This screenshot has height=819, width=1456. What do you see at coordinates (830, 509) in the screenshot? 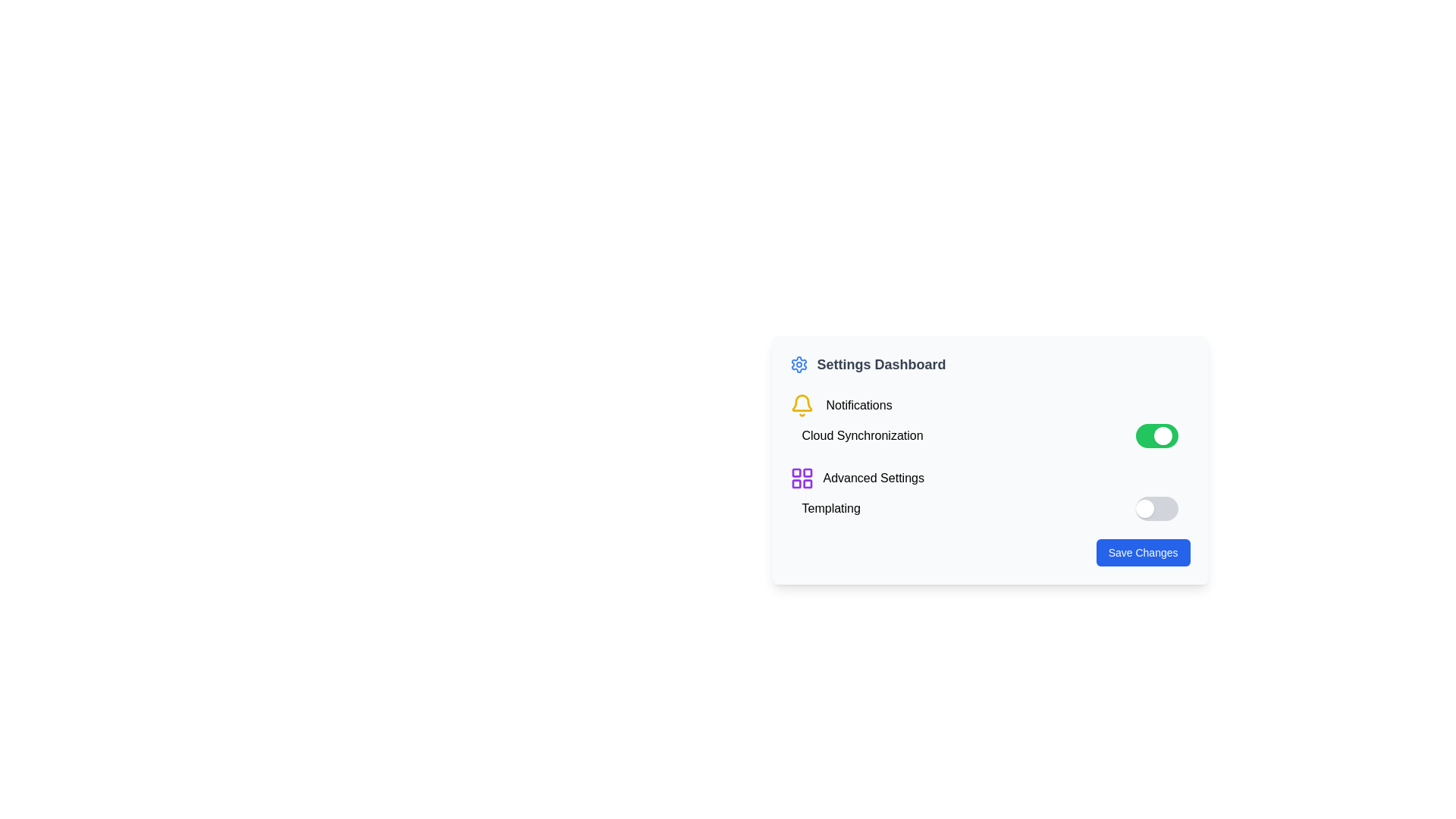
I see `the text label displaying 'Templating' located towards the bottom of the interface panel, above the toggle switch and below the 'Settings Dashboard' header` at bounding box center [830, 509].